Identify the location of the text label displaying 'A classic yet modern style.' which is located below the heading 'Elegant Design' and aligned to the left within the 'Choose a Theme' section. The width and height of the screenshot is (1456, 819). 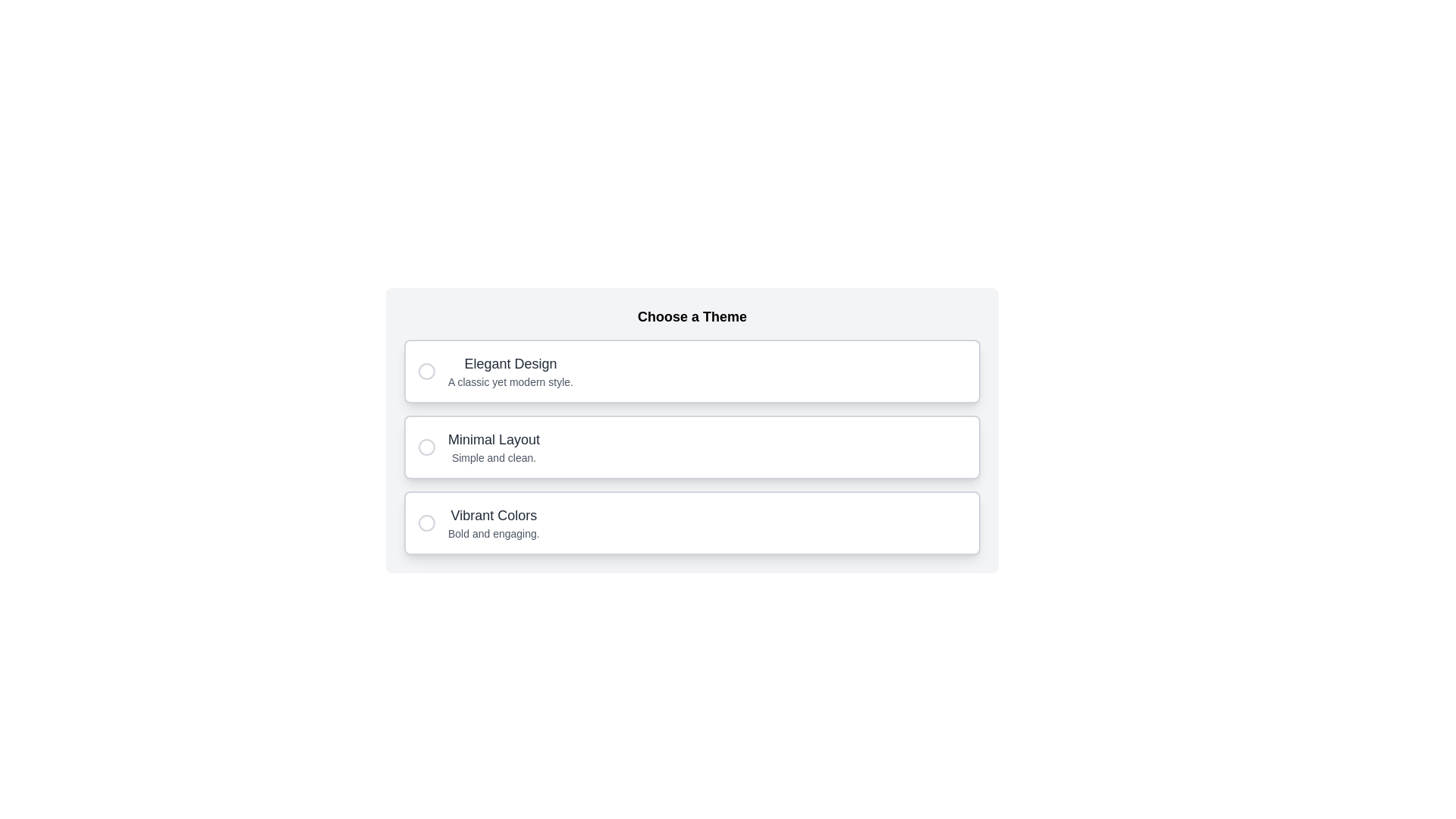
(510, 381).